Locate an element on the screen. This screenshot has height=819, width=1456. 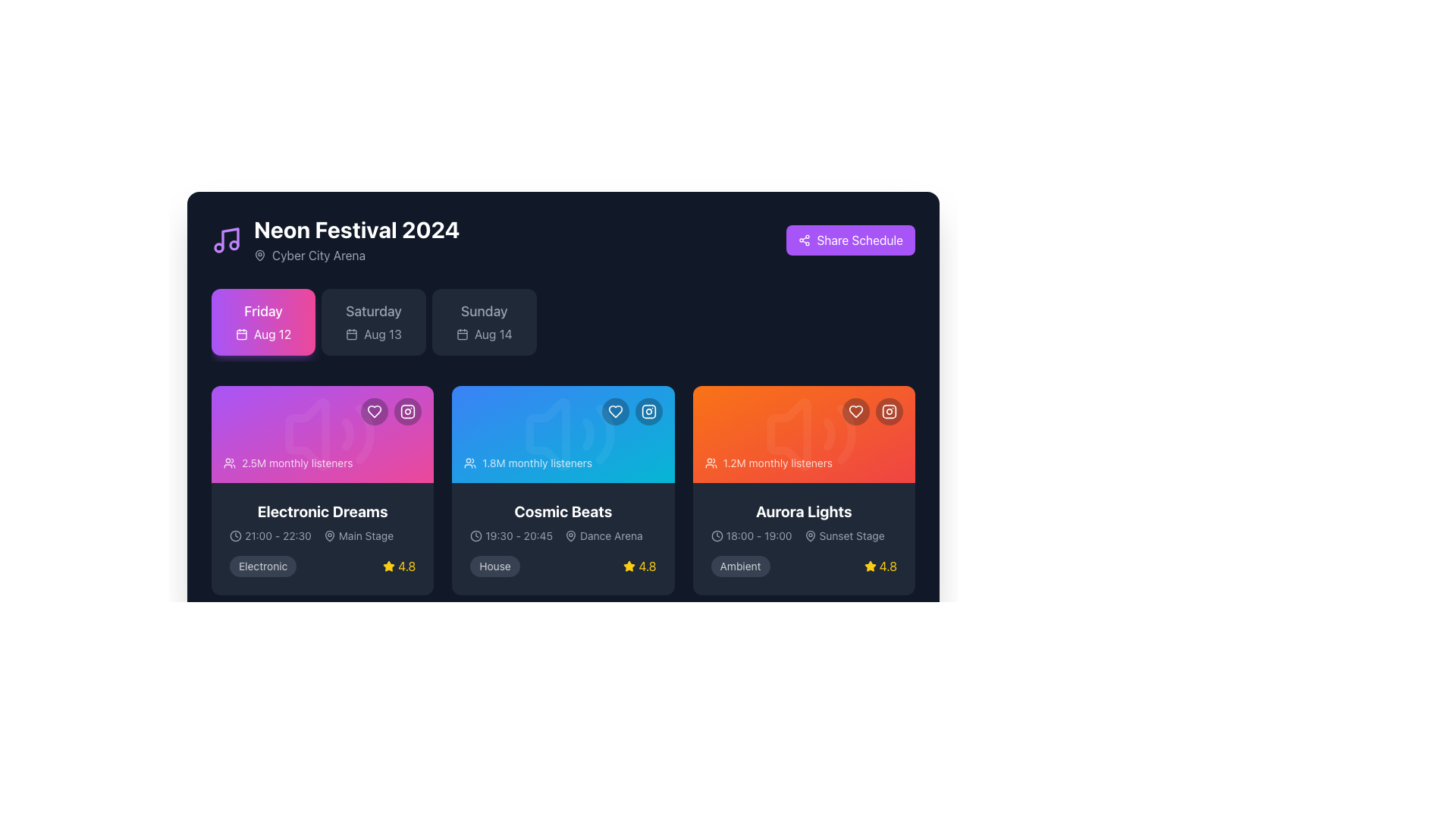
the second circular button located at the top-right corner of the orange 'Aurora Lights' card is located at coordinates (889, 412).